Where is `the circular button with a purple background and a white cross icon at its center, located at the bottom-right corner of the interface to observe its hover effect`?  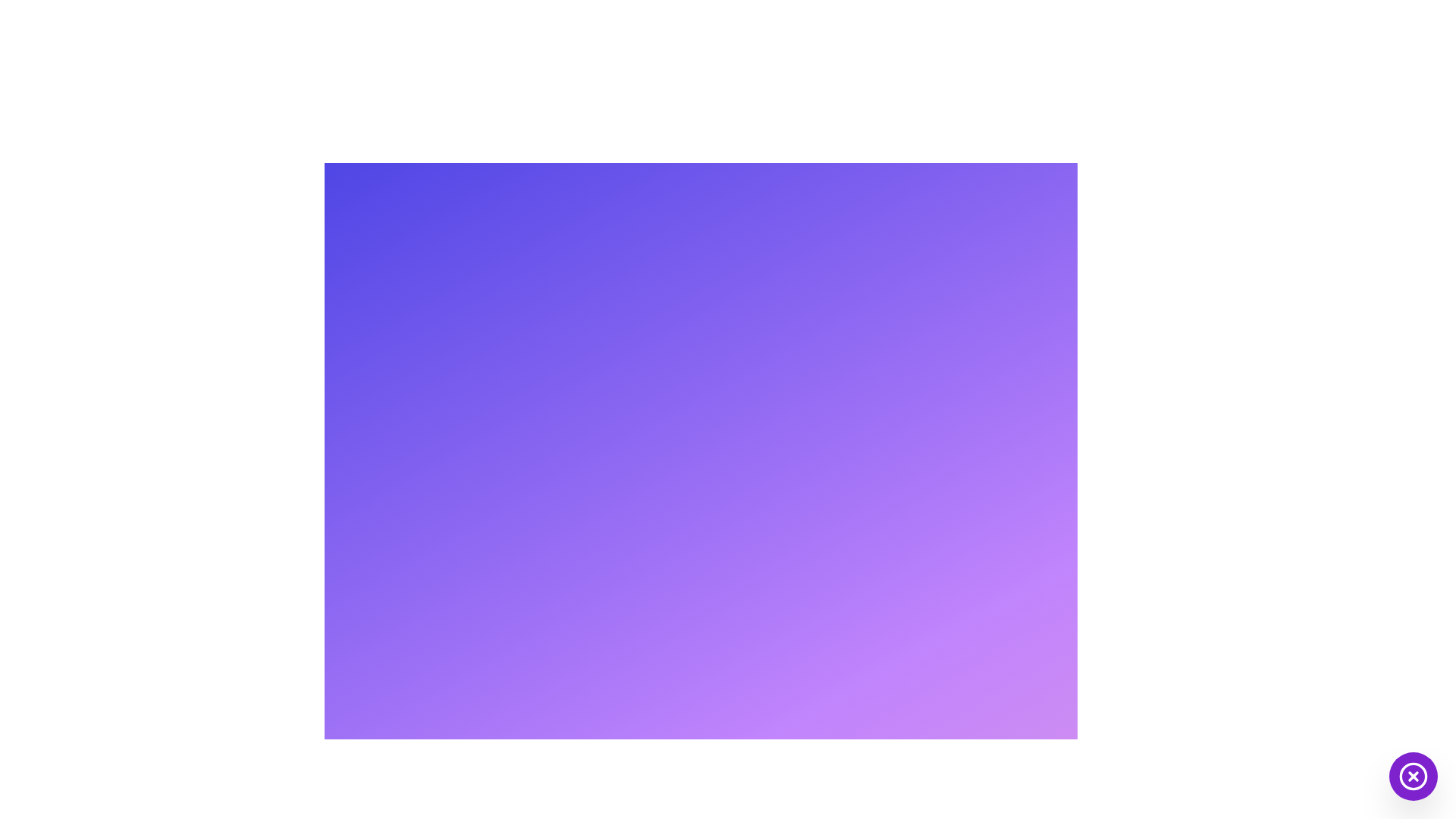
the circular button with a purple background and a white cross icon at its center, located at the bottom-right corner of the interface to observe its hover effect is located at coordinates (1412, 776).